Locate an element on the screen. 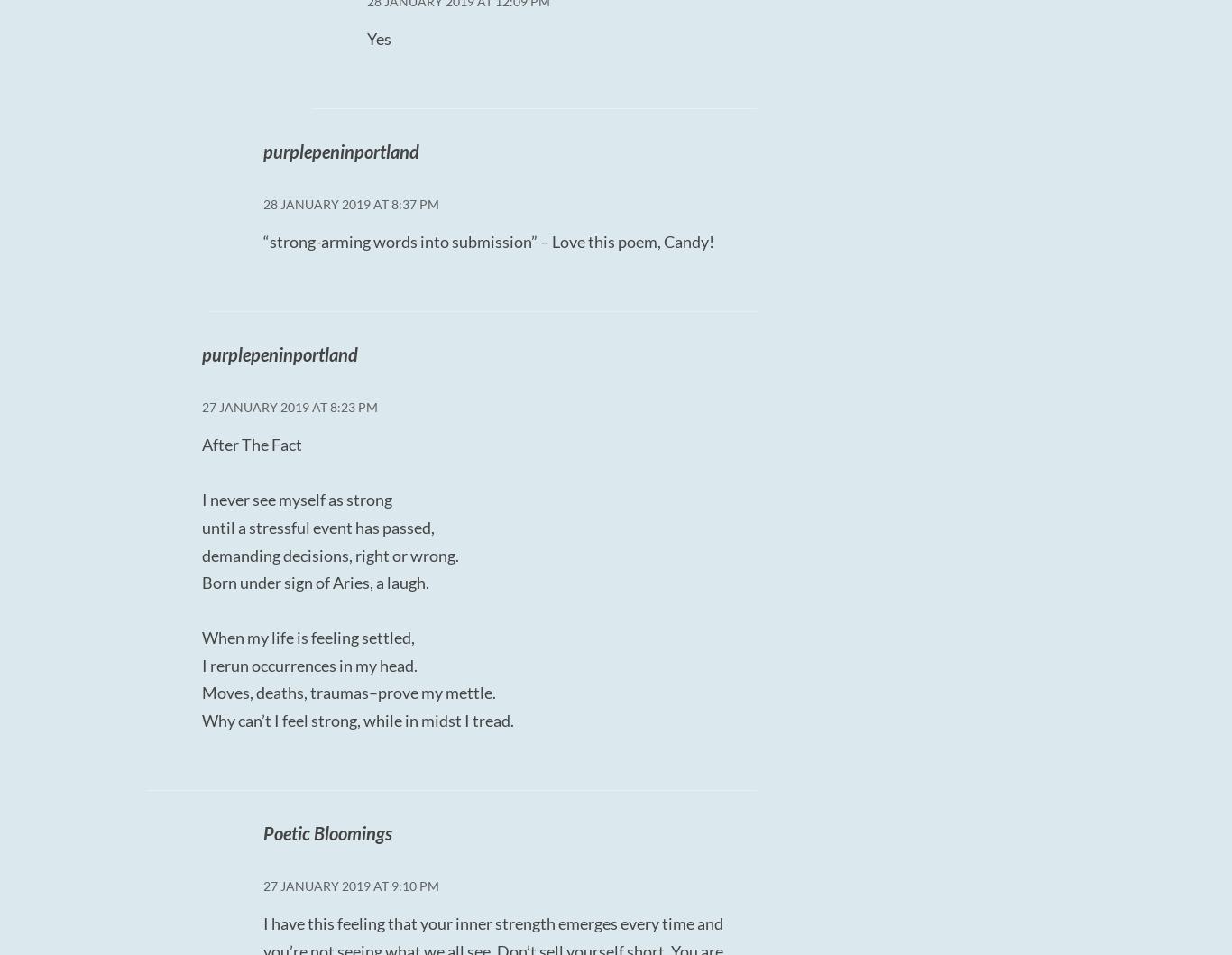 This screenshot has height=955, width=1232. 'Moves, deaths, traumas–prove my mettle.' is located at coordinates (347, 691).